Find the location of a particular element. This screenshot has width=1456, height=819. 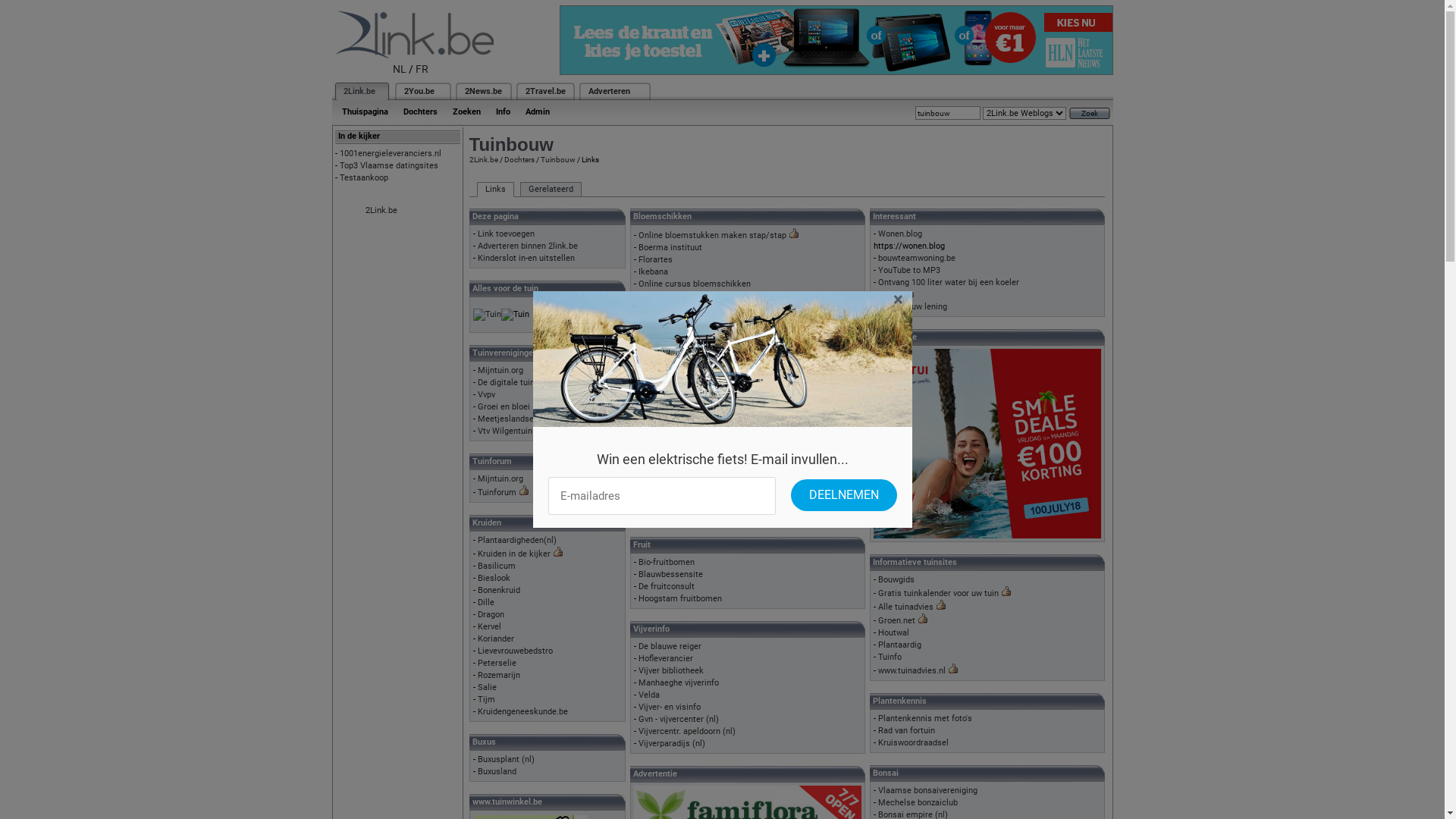

'Groen.net' is located at coordinates (896, 620).